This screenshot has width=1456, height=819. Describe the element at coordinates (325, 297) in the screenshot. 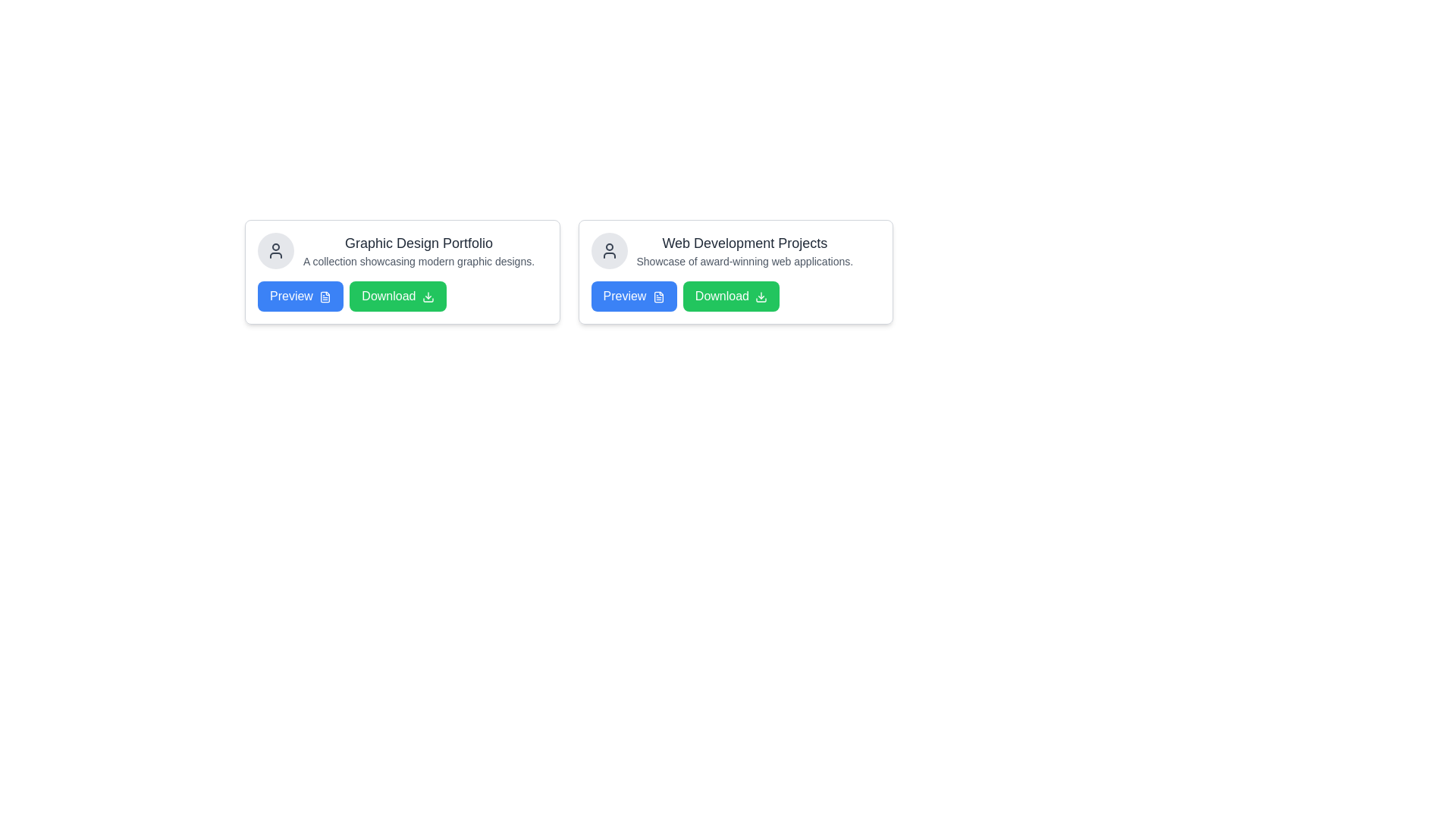

I see `the preview icon located to the immediate right of the text within the blue 'Preview' button` at that location.